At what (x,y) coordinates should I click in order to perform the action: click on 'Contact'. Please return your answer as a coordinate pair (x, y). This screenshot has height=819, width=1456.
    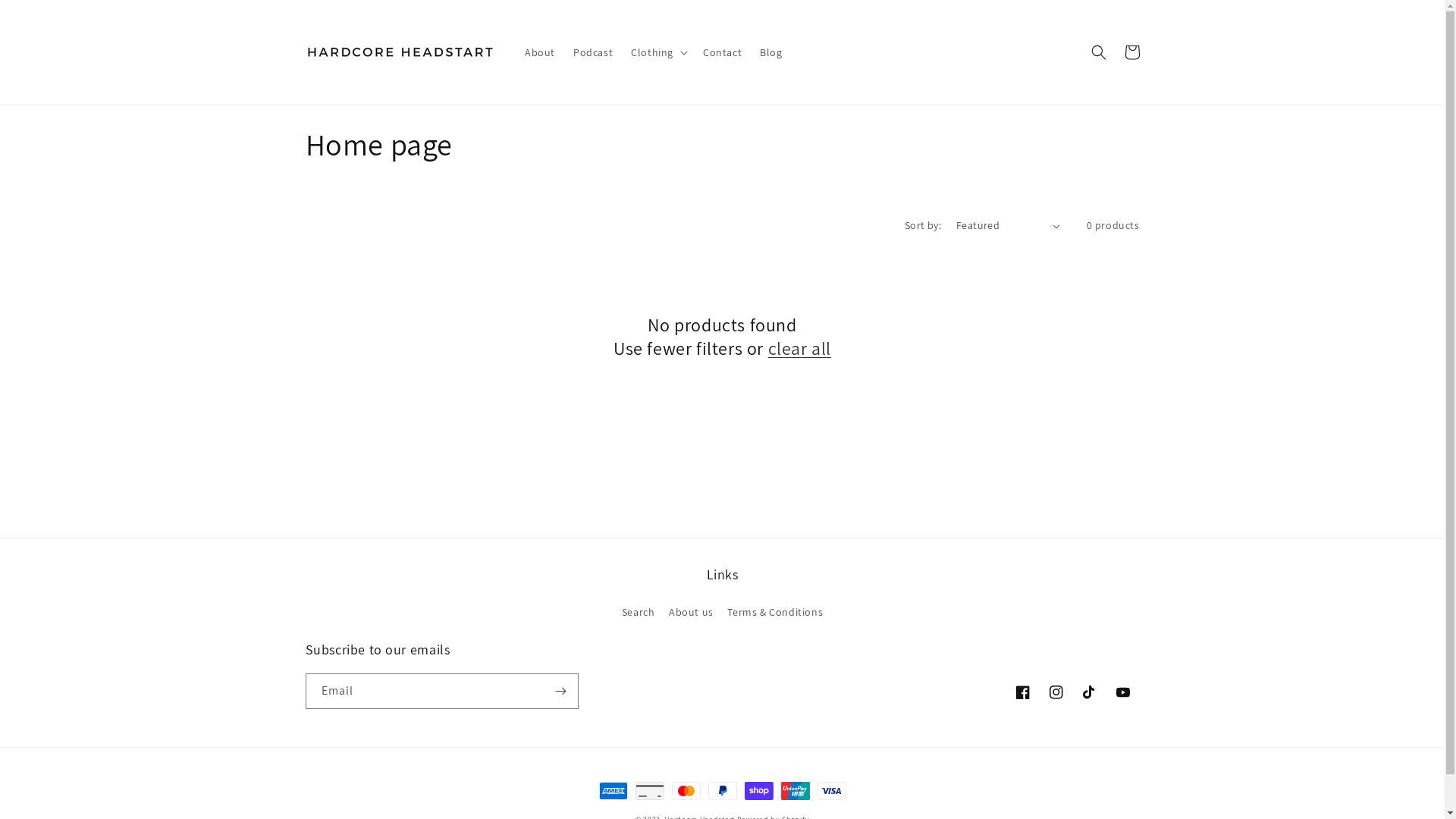
    Looking at the image, I should click on (721, 52).